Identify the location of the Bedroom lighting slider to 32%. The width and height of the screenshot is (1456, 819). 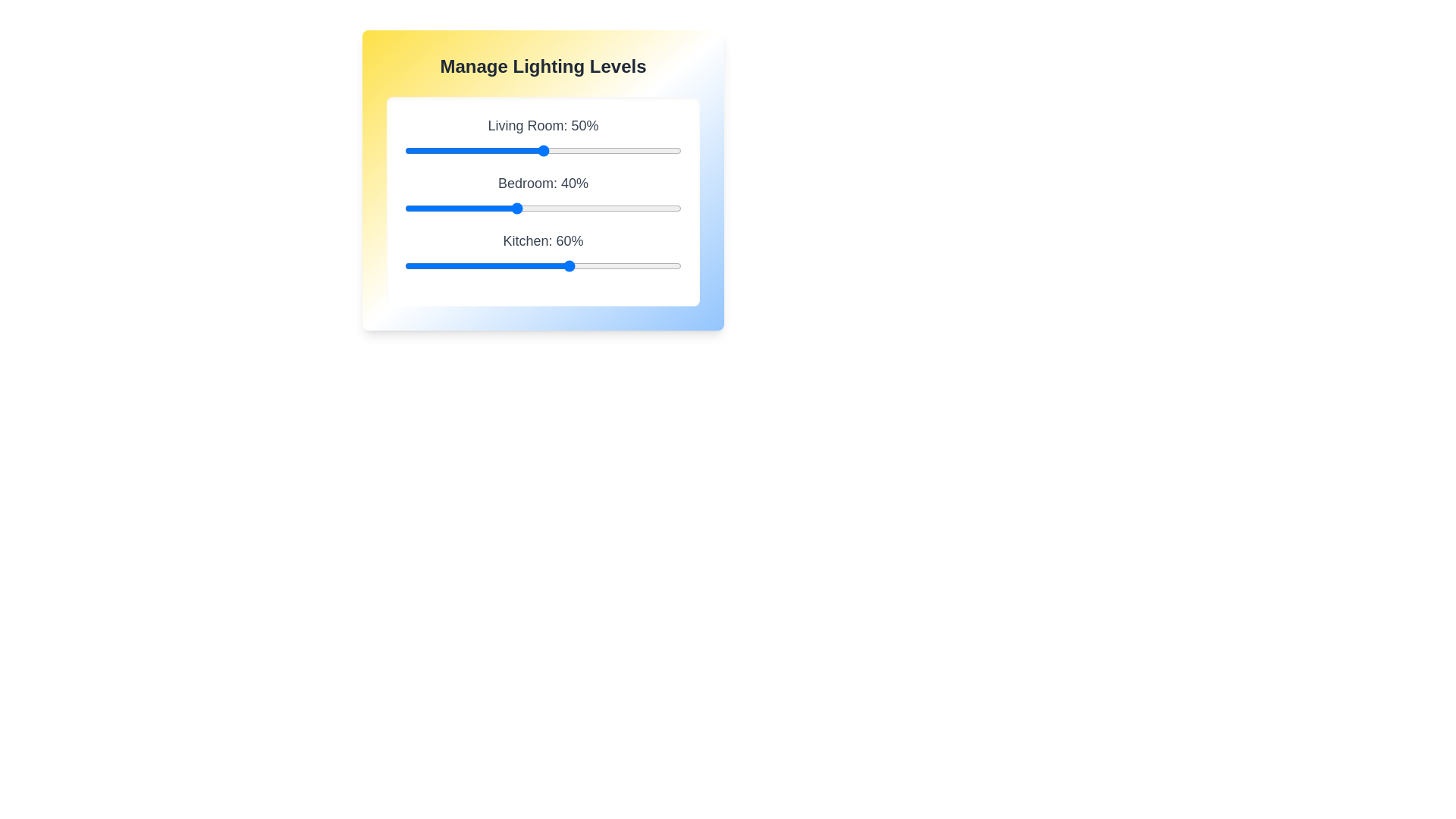
(493, 208).